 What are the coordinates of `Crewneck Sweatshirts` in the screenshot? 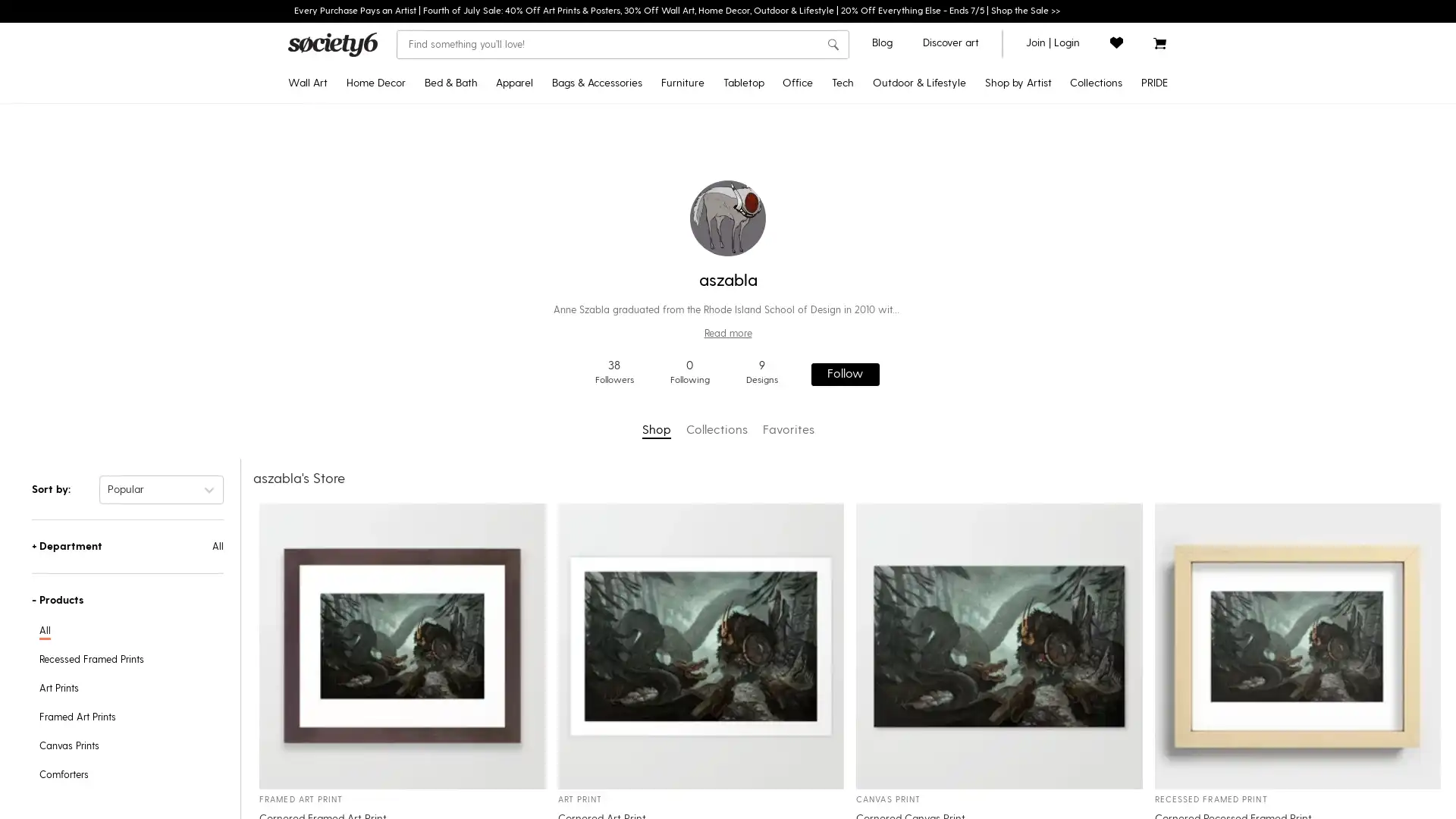 It's located at (562, 146).